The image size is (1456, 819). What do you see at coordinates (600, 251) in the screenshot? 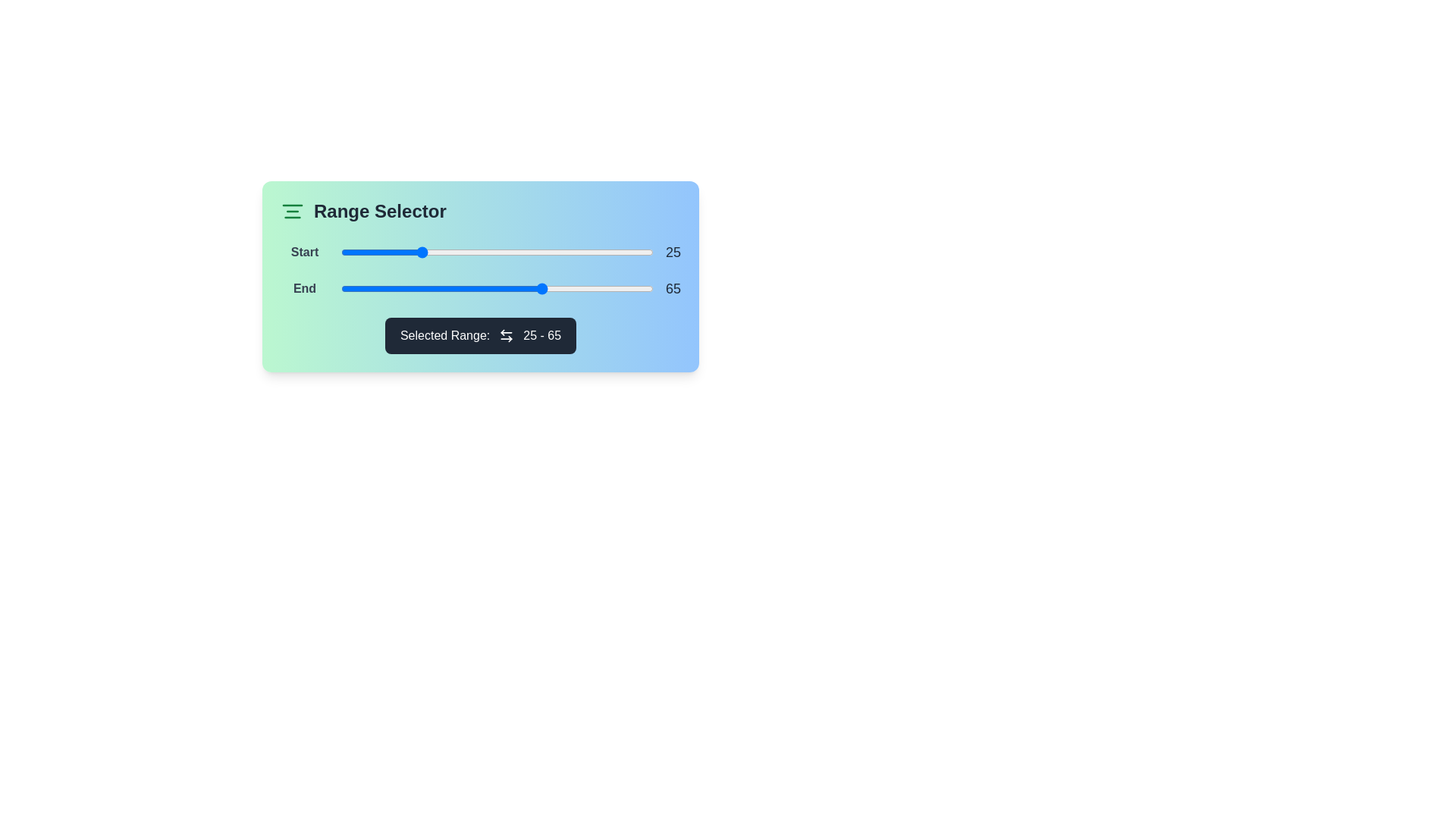
I see `the slider to set the range value to 83` at bounding box center [600, 251].